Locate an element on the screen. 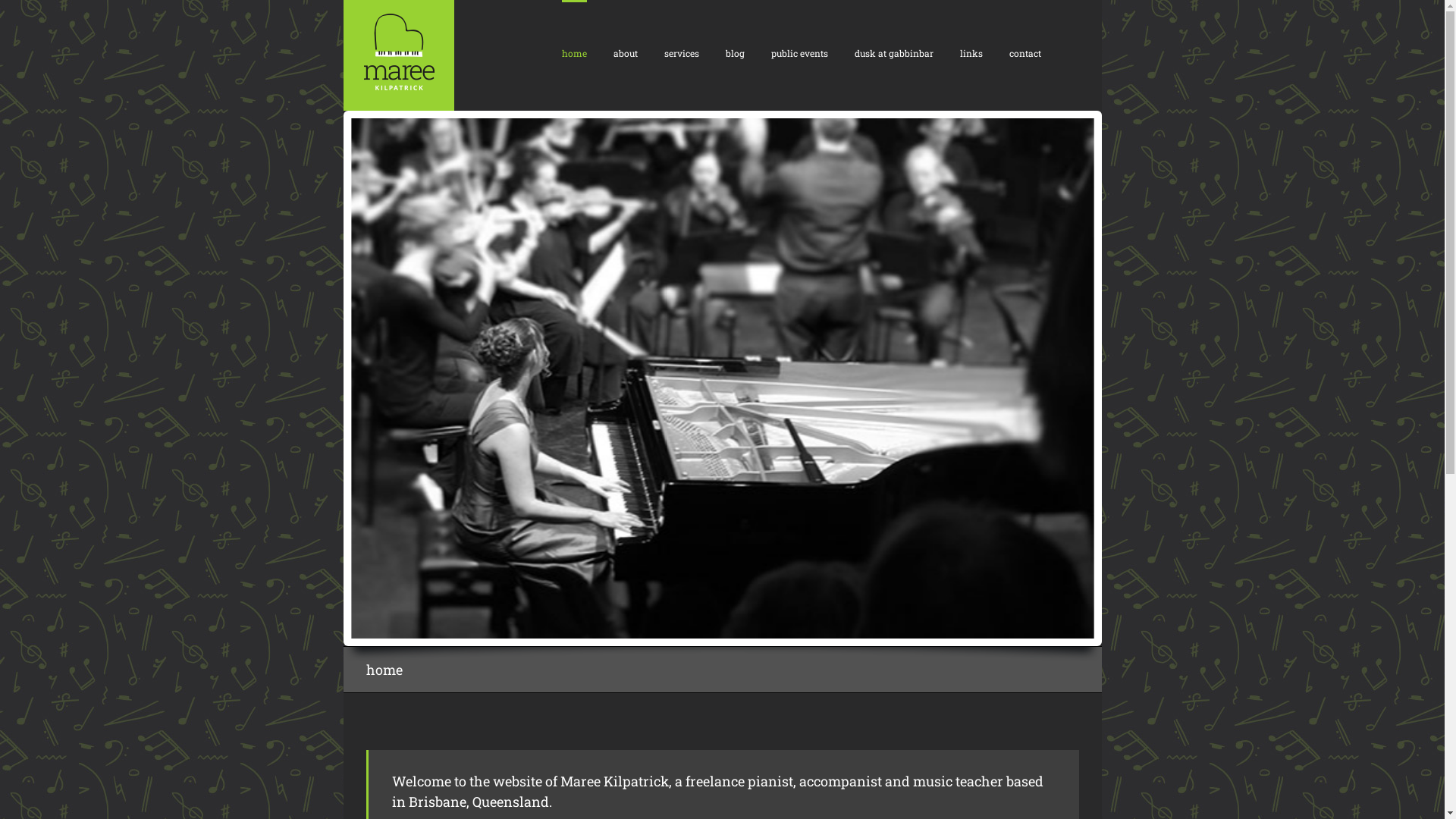  'home' is located at coordinates (573, 52).